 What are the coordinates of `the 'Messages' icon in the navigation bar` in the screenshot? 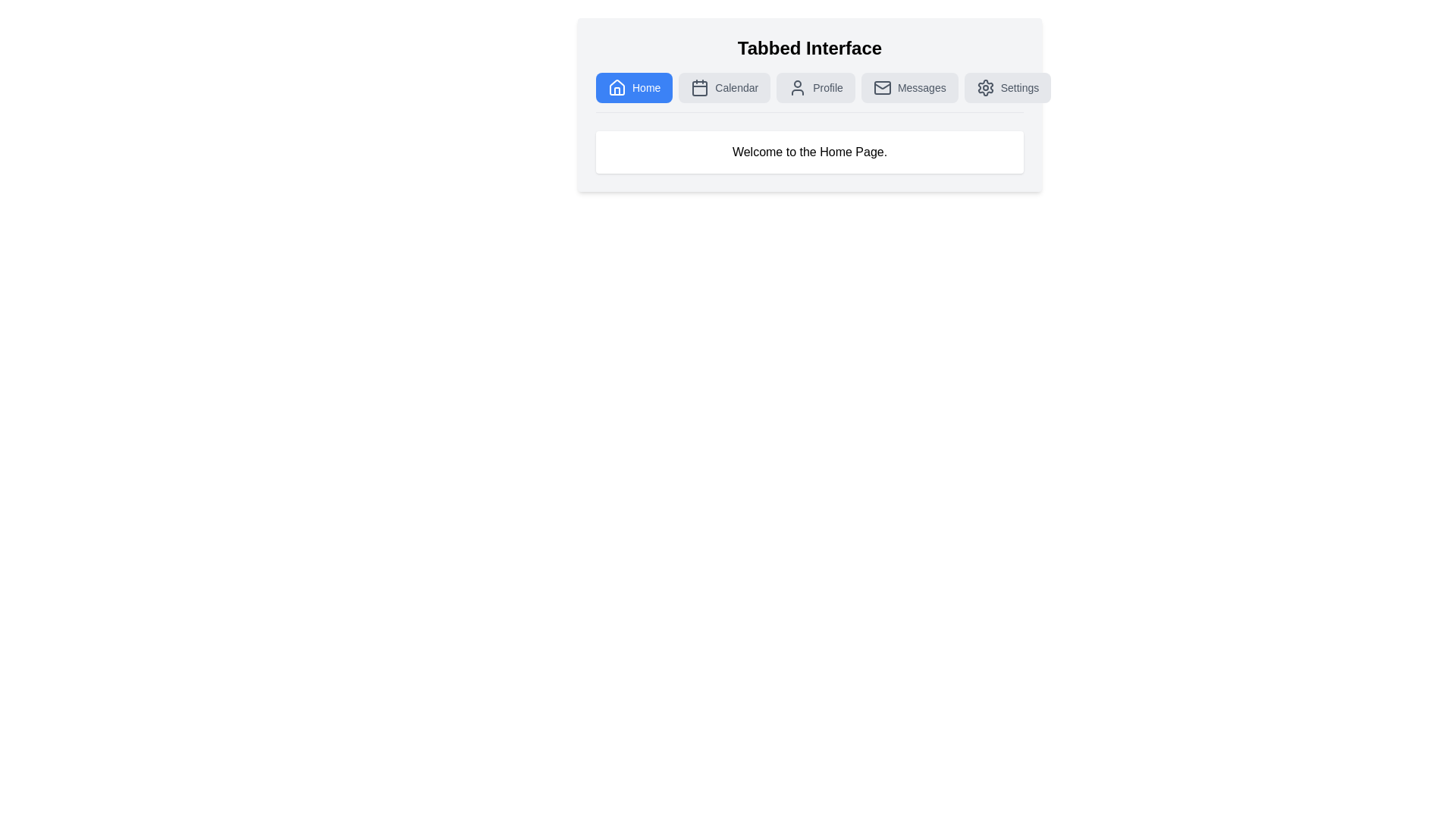 It's located at (882, 87).